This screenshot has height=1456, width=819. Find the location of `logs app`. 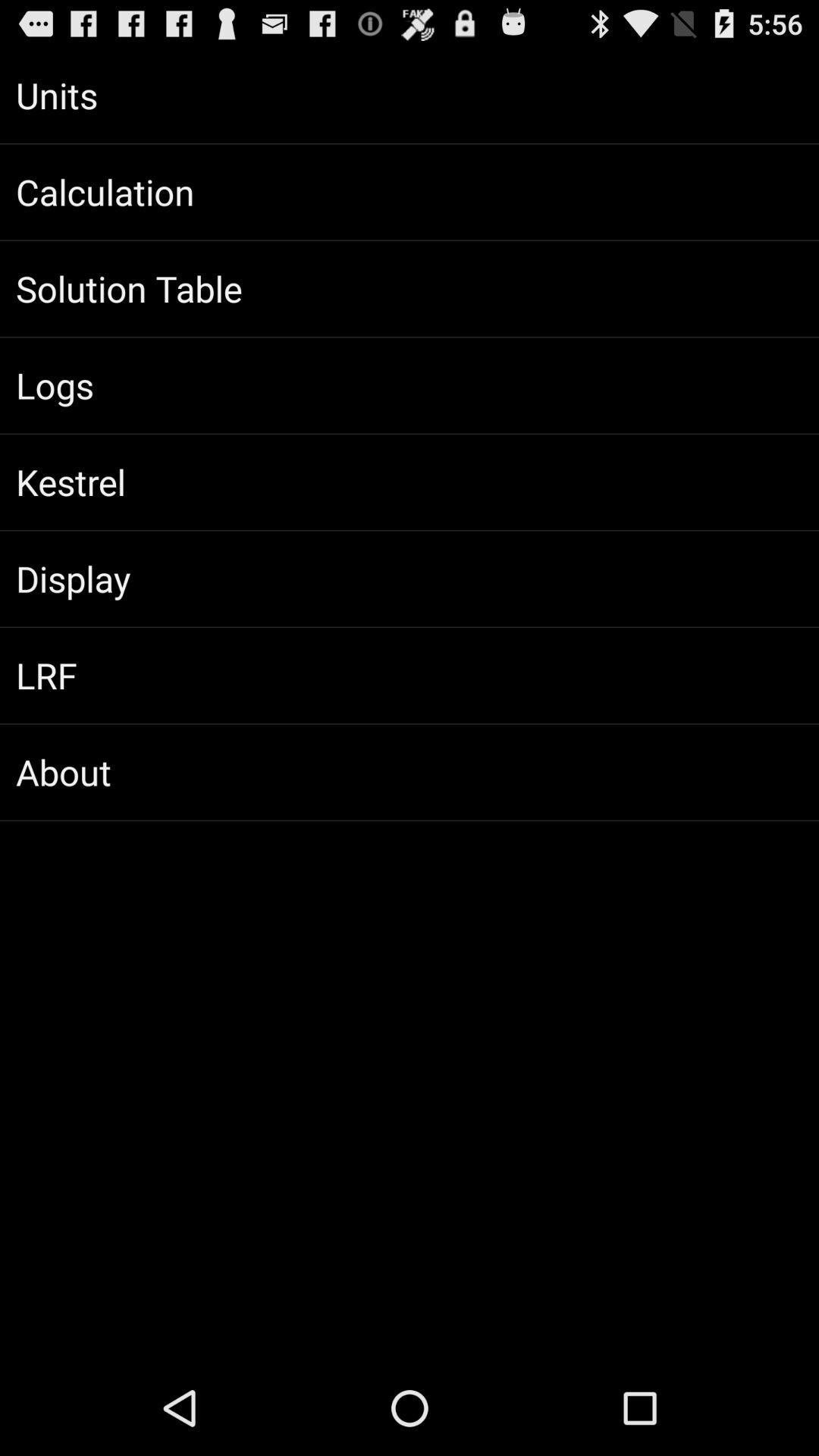

logs app is located at coordinates (409, 385).